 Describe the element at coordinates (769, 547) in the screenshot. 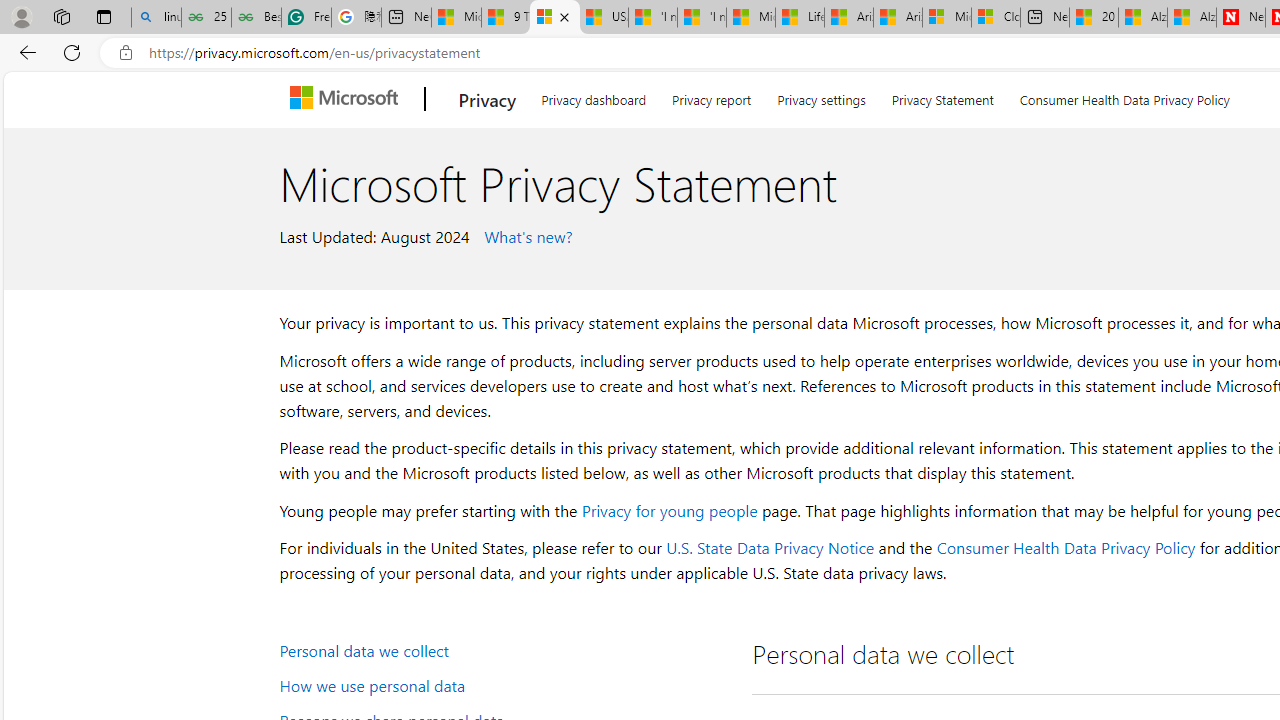

I see `'U.S. State Data Privacy Notice'` at that location.